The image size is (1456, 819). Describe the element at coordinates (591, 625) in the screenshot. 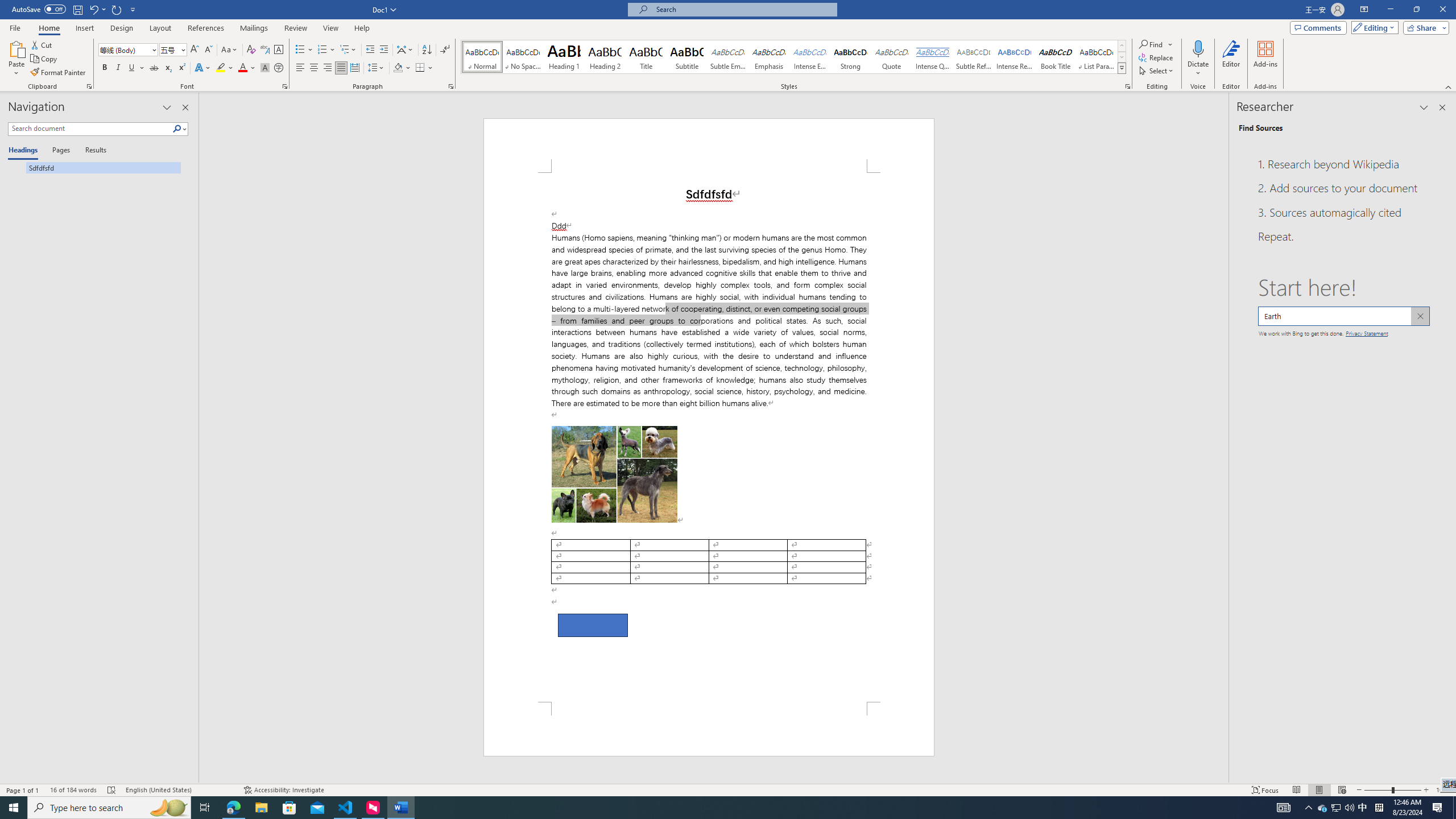

I see `'Rectangle 2'` at that location.